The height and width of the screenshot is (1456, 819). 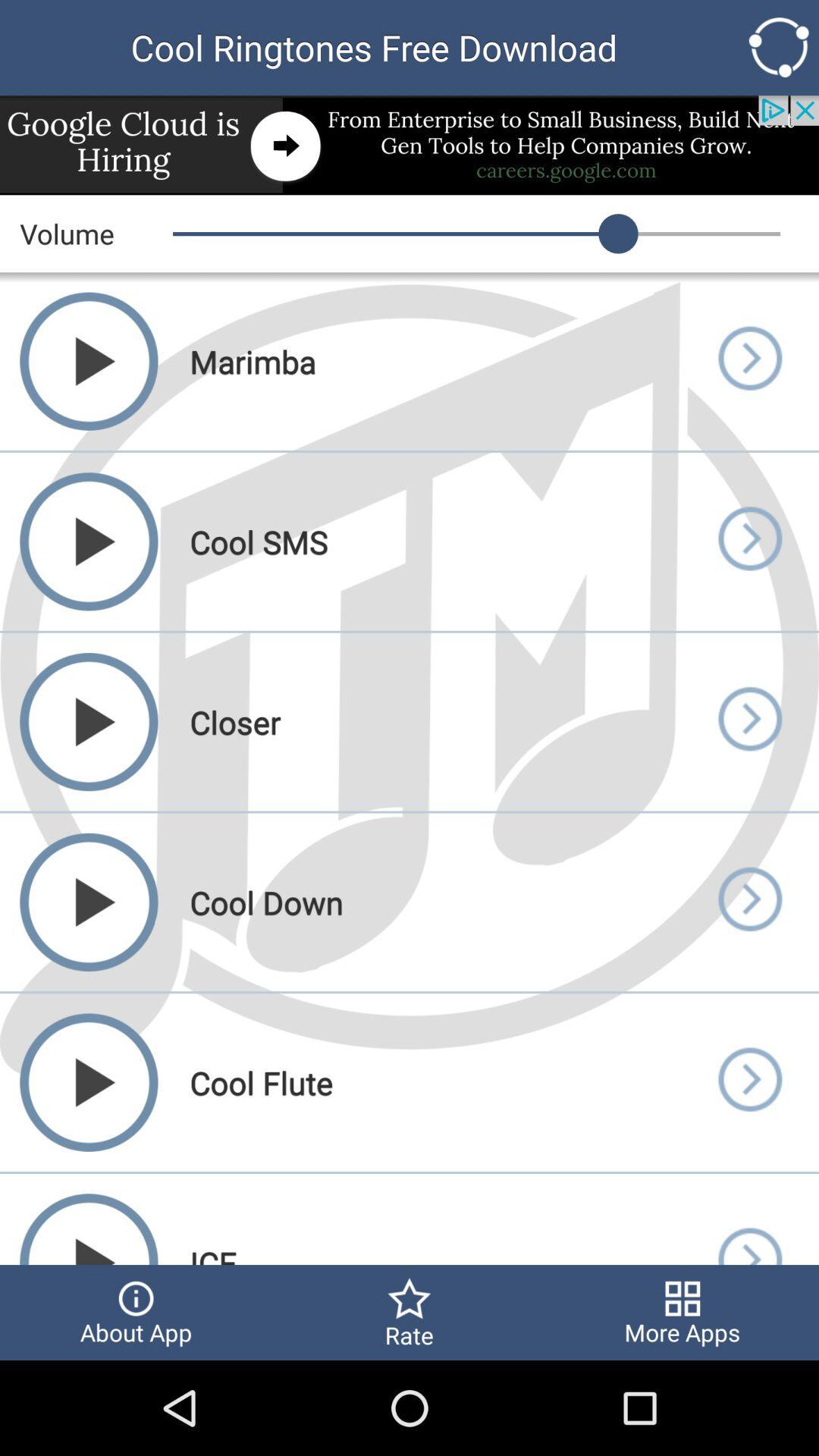 What do you see at coordinates (748, 541) in the screenshot?
I see `details option` at bounding box center [748, 541].